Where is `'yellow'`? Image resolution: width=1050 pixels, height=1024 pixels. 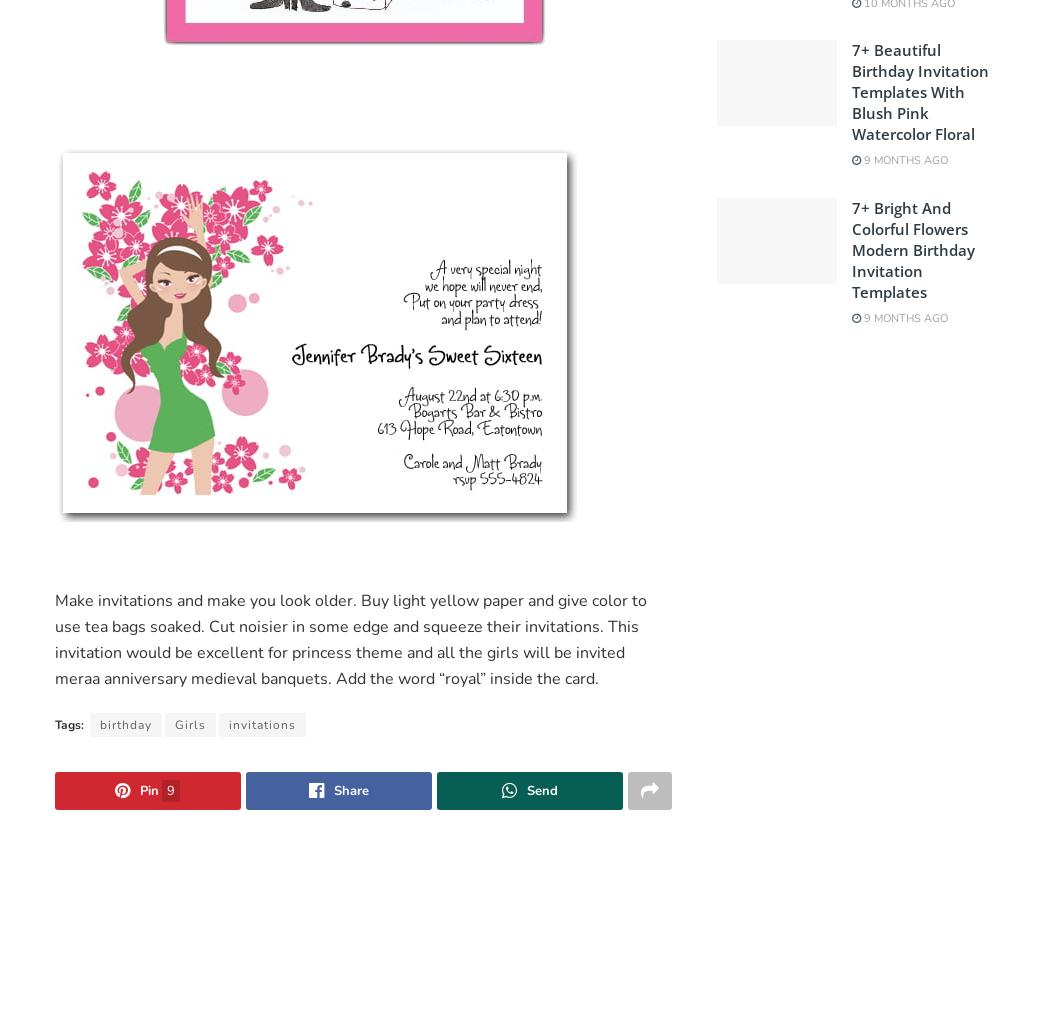 'yellow' is located at coordinates (454, 599).